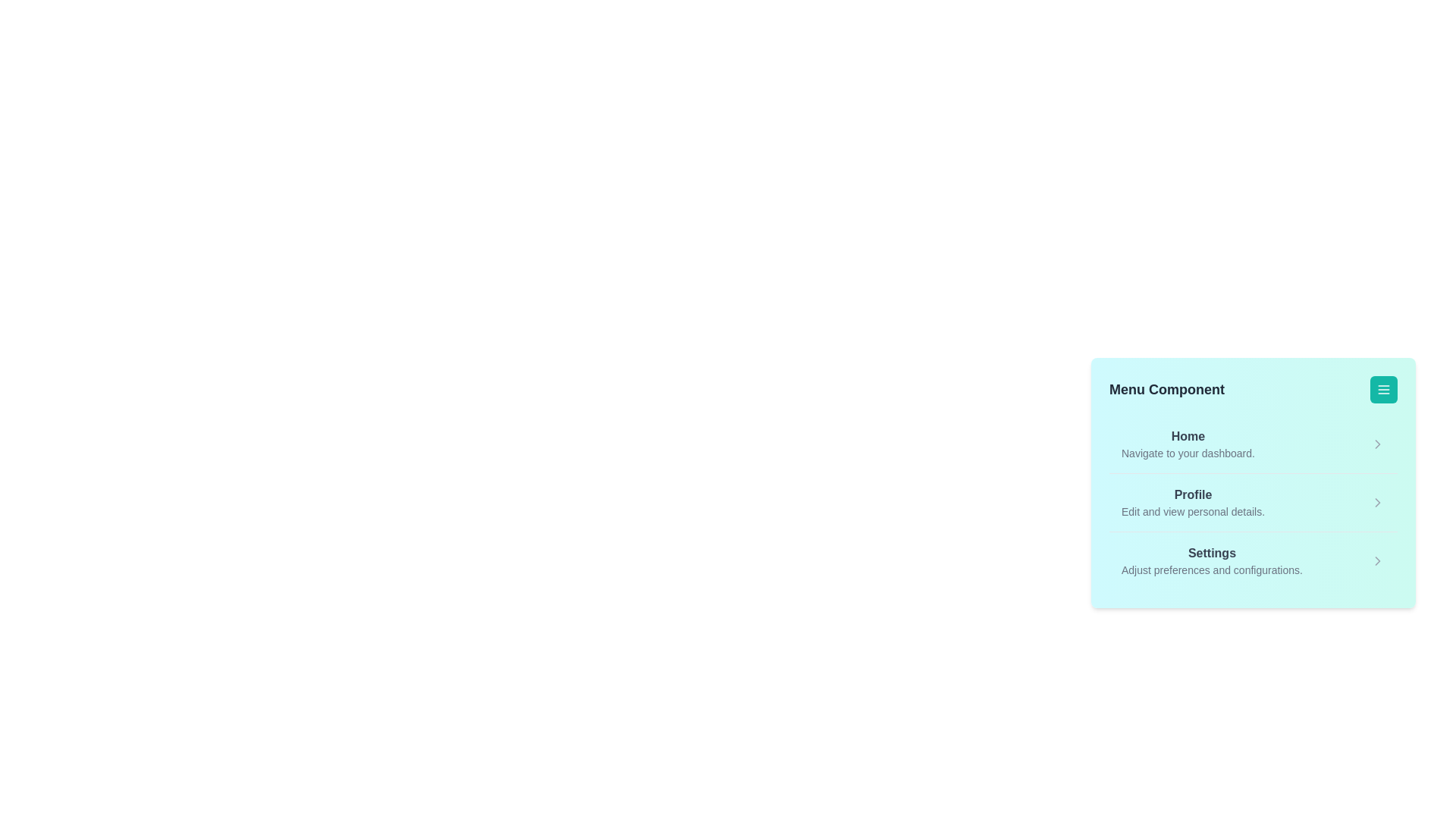  What do you see at coordinates (1192, 503) in the screenshot?
I see `the menu item Profile from the menu list` at bounding box center [1192, 503].